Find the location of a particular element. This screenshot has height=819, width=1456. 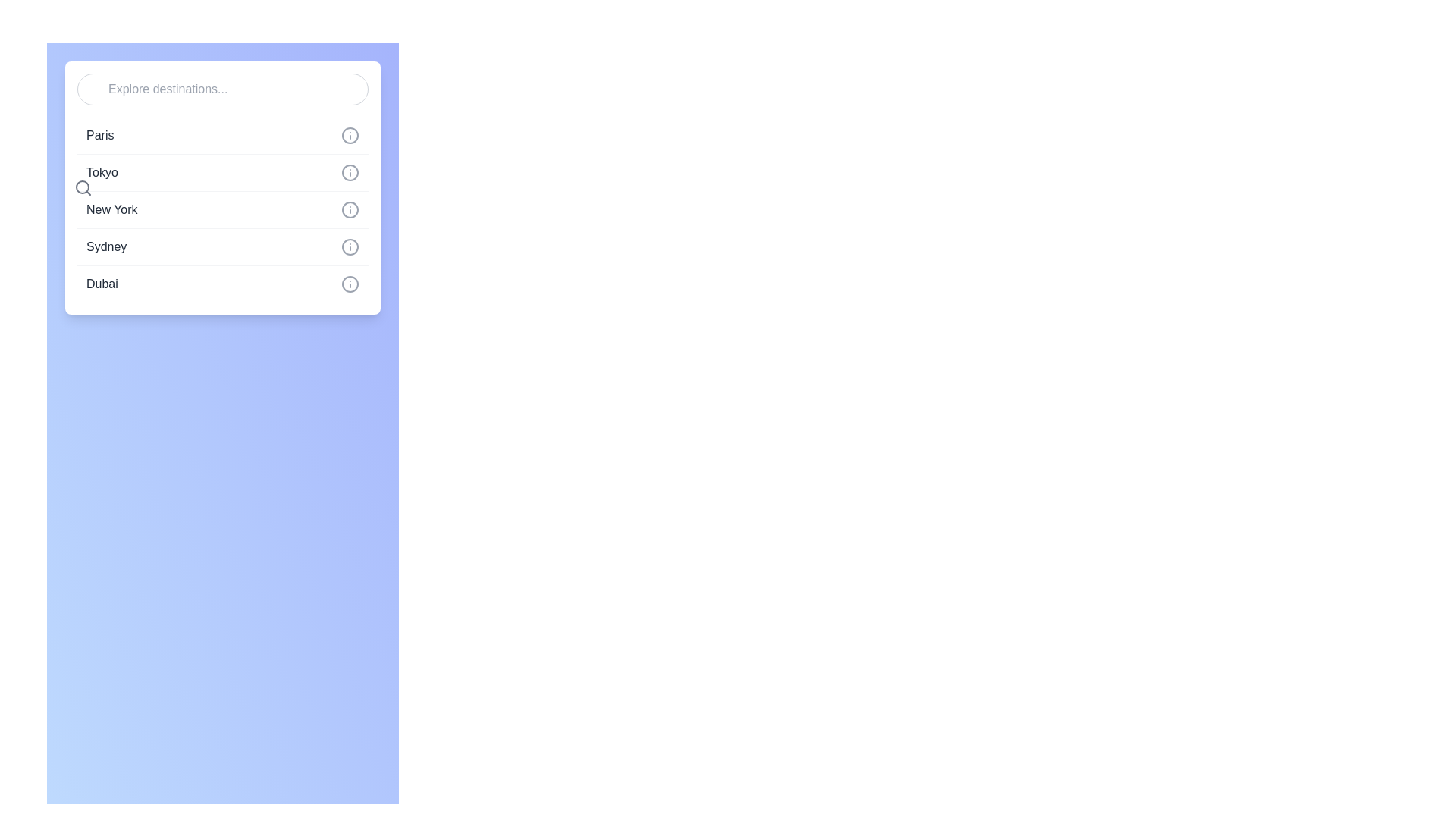

the informational icon located on the right side of the list item labeled 'Dubai' is located at coordinates (349, 284).